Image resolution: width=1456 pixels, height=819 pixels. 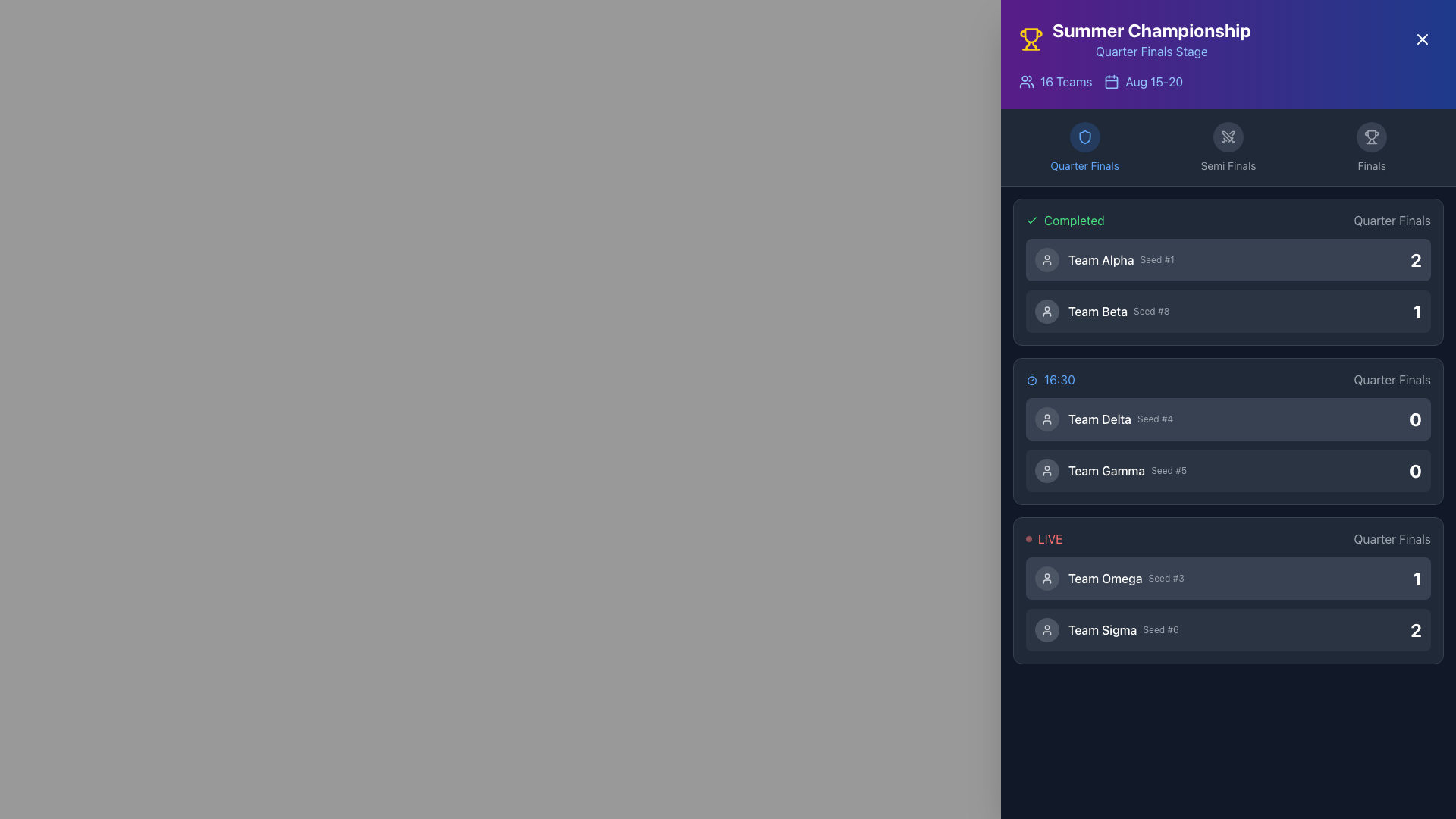 What do you see at coordinates (1392, 379) in the screenshot?
I see `the text label reading 'Quarter Finals' which is styled in light gray color against a dark background, located to the right of the time '16:30'` at bounding box center [1392, 379].